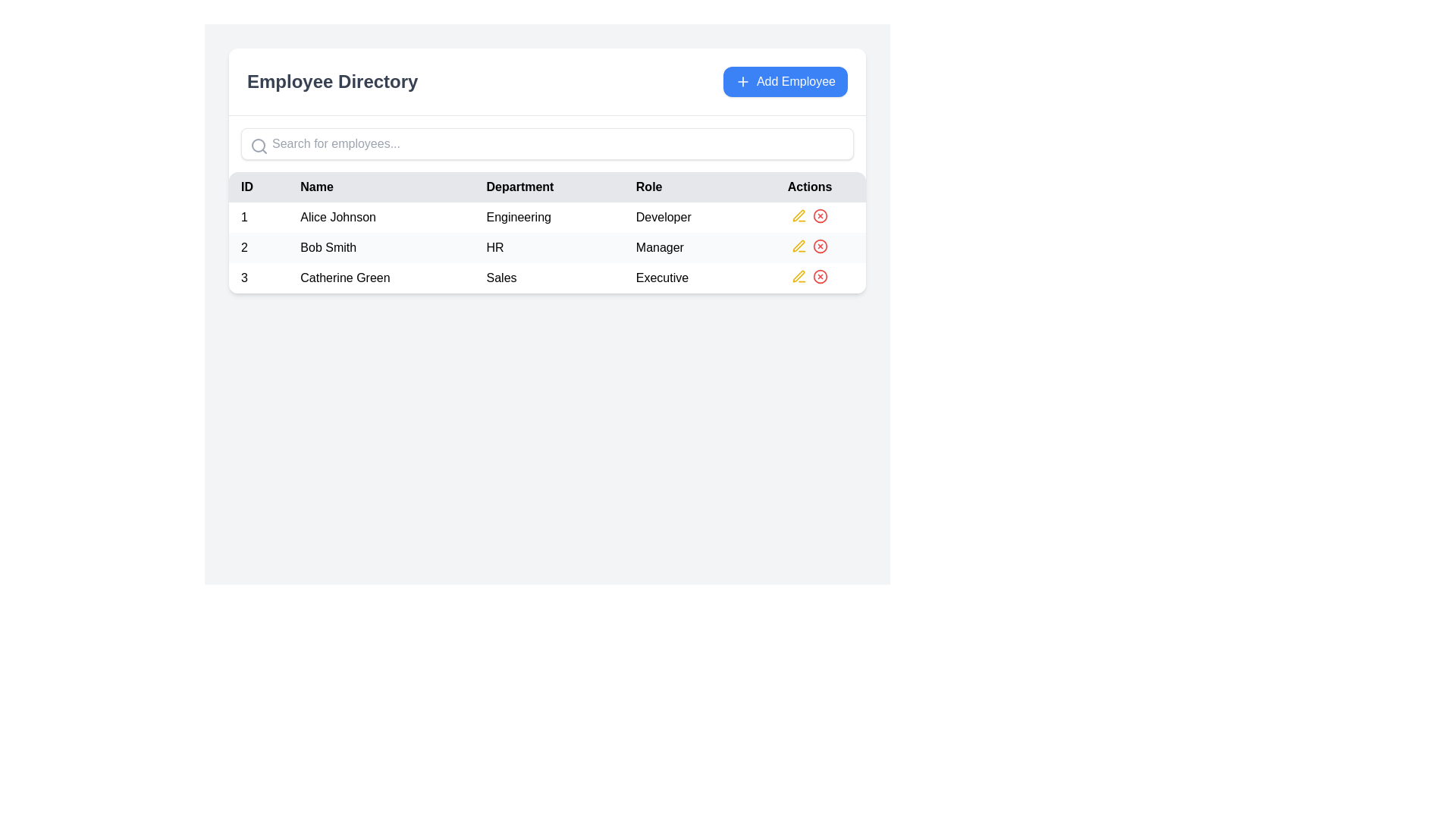 The width and height of the screenshot is (1456, 819). Describe the element at coordinates (786, 82) in the screenshot. I see `the button used to add a new employee to the directory by` at that location.